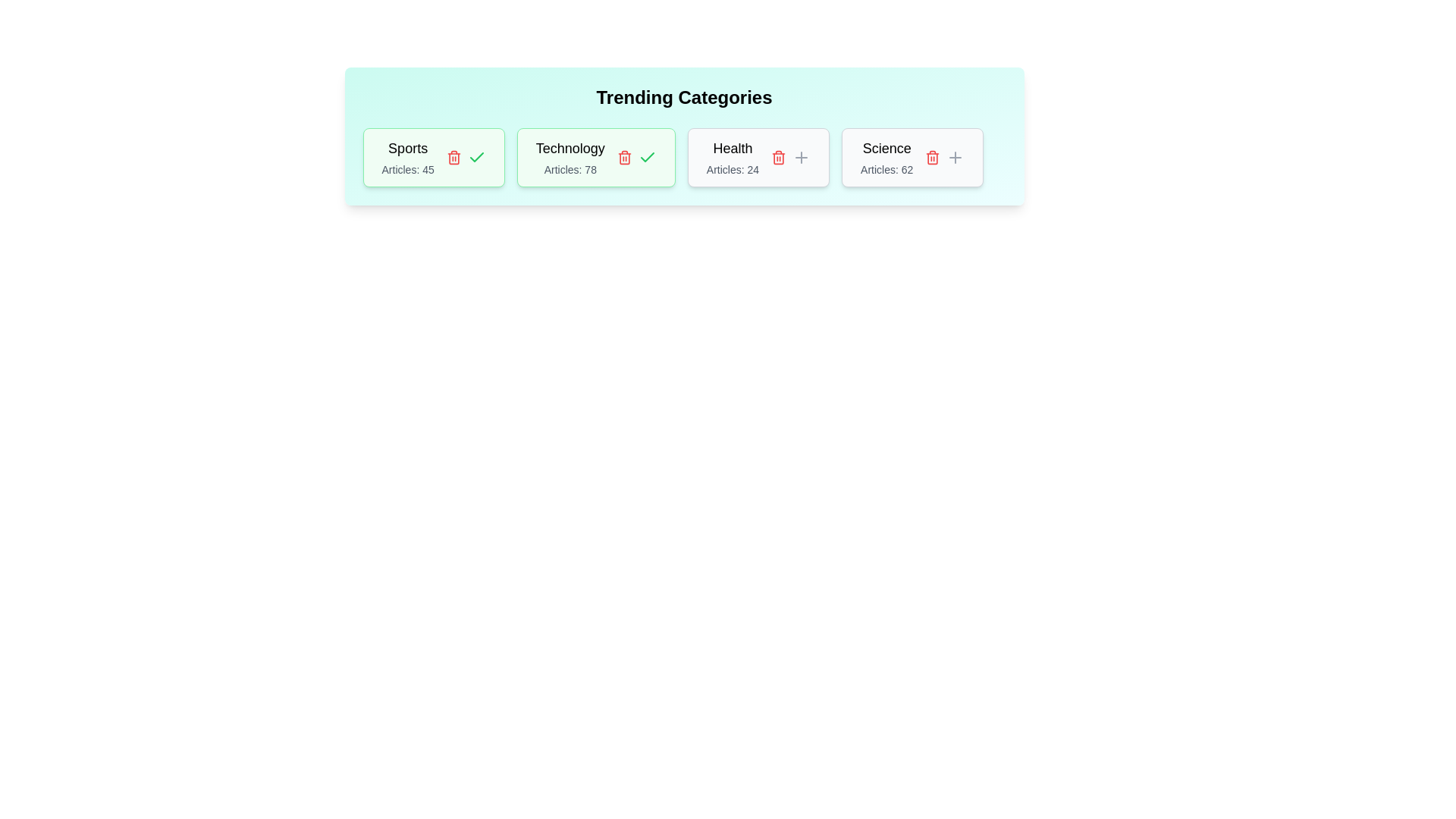 This screenshot has height=819, width=1456. Describe the element at coordinates (779, 158) in the screenshot. I see `the delete button for the tag with name Health` at that location.